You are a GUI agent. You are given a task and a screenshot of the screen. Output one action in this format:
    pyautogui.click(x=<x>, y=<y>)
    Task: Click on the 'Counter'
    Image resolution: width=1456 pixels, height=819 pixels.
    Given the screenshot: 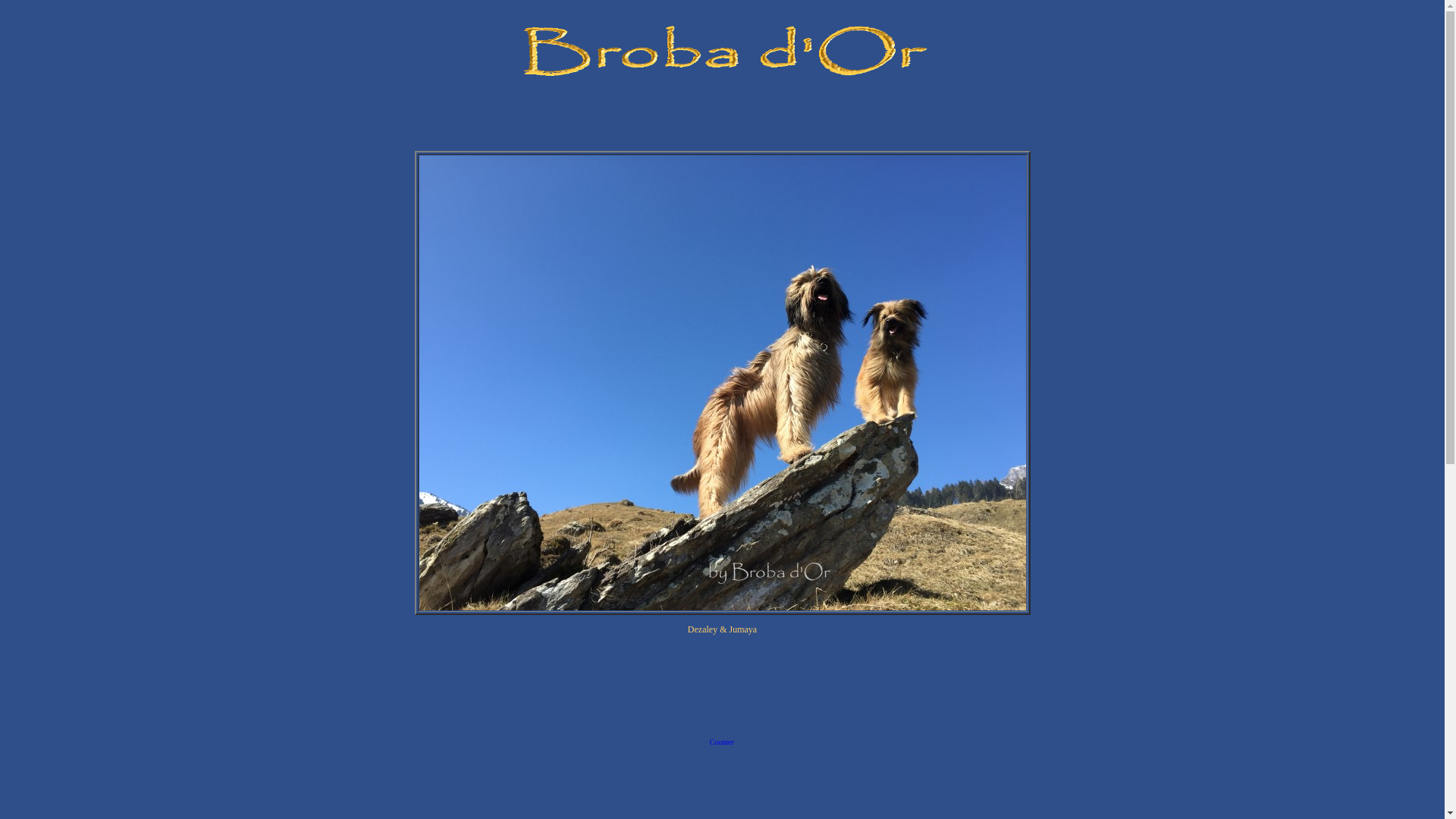 What is the action you would take?
    pyautogui.click(x=720, y=742)
    